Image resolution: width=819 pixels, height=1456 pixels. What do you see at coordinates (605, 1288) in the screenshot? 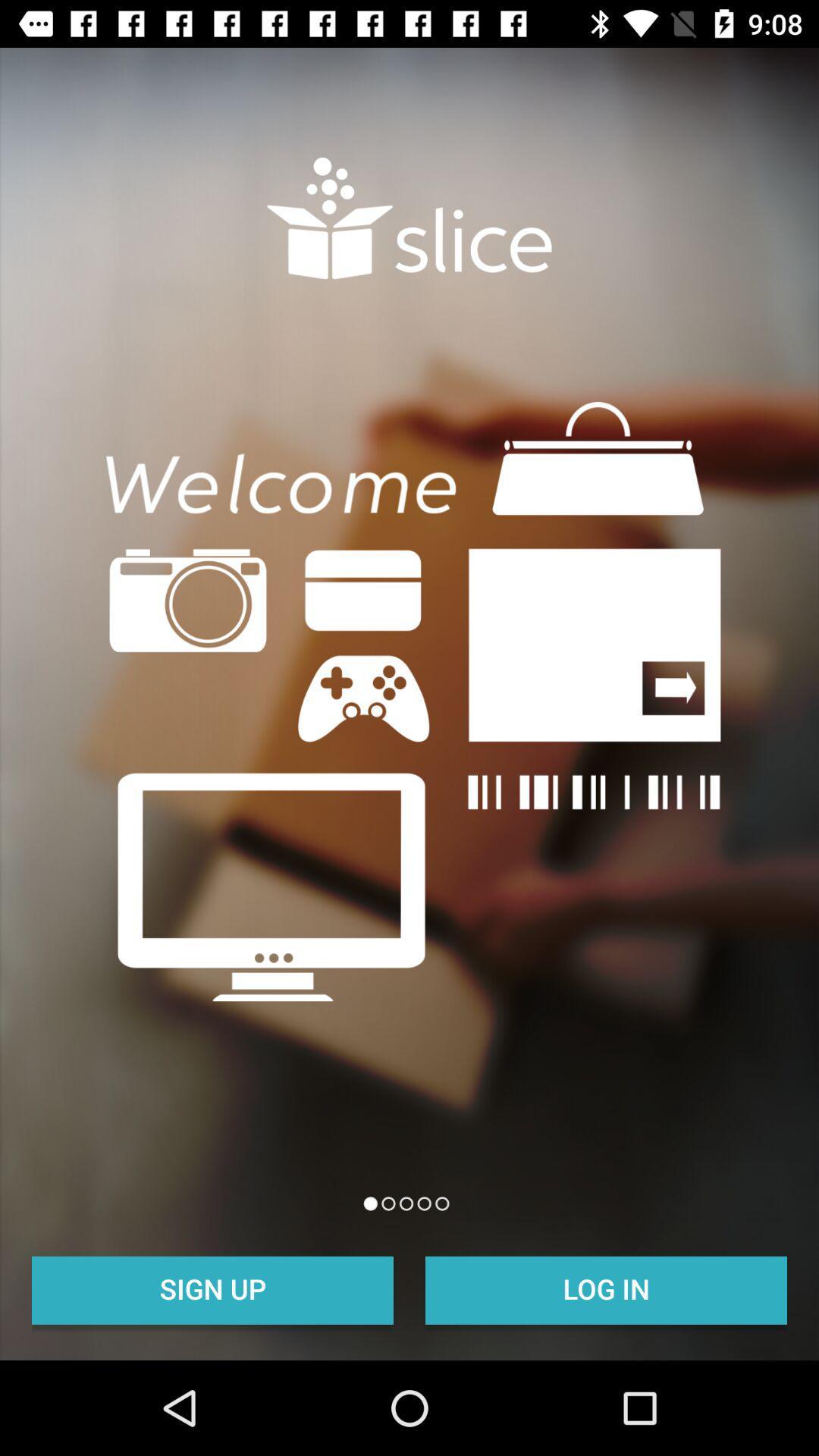
I see `the item next to sign up` at bounding box center [605, 1288].